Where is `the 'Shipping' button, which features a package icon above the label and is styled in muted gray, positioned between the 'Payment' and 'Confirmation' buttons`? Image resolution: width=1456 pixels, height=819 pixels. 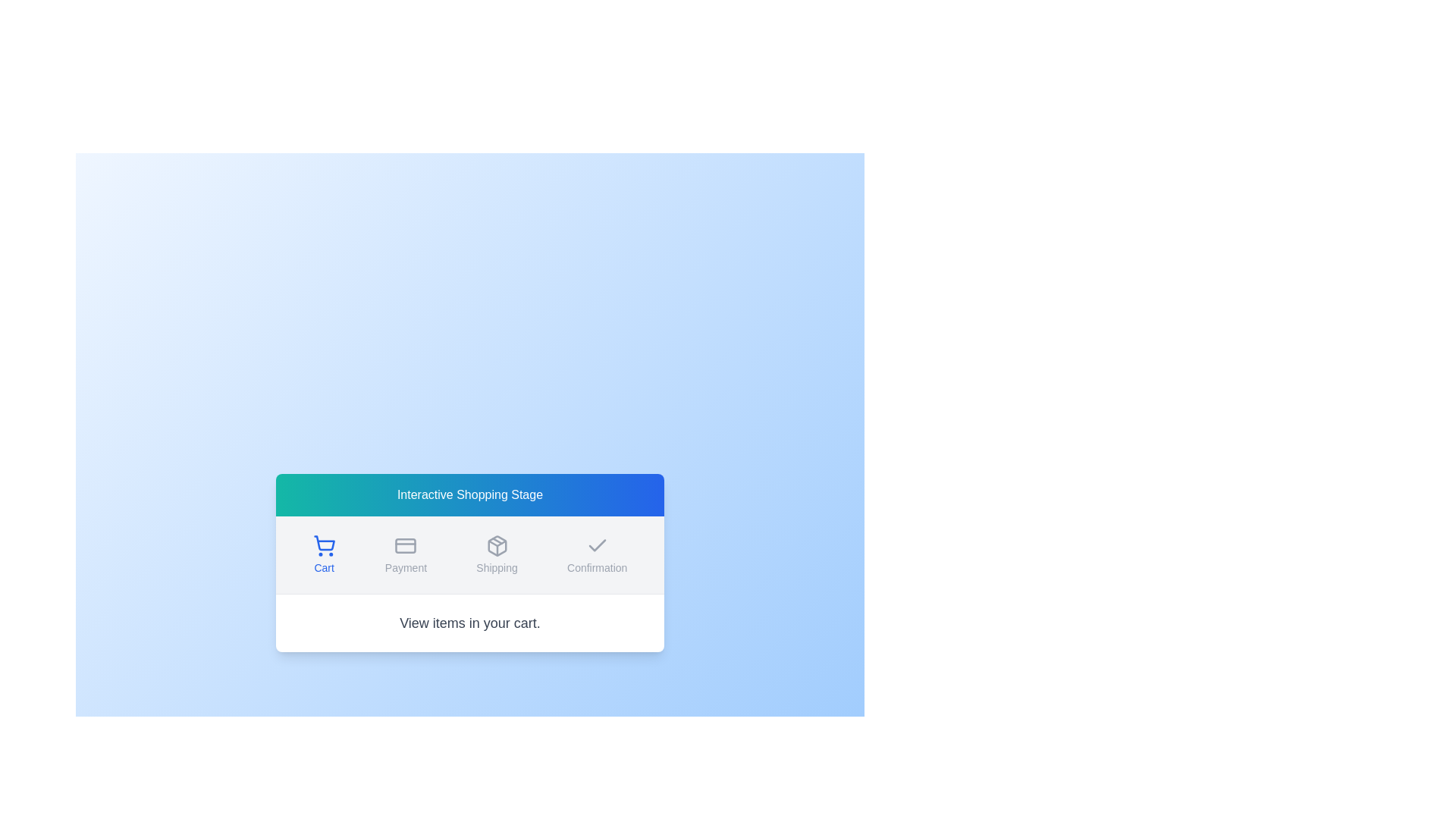 the 'Shipping' button, which features a package icon above the label and is styled in muted gray, positioned between the 'Payment' and 'Confirmation' buttons is located at coordinates (497, 554).